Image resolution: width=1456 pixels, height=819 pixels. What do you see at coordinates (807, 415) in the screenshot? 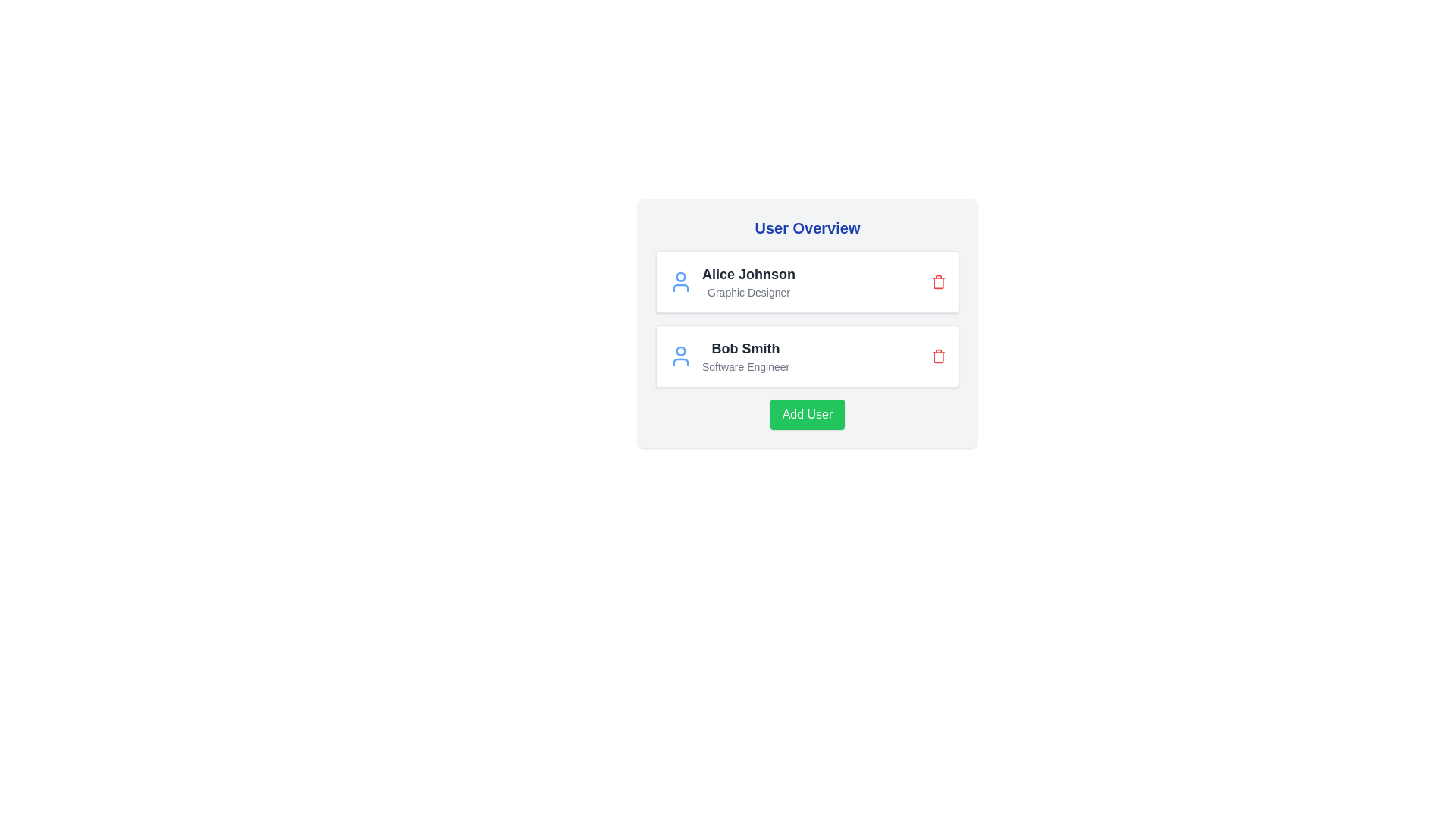
I see `'Add User' button to append a new user to the list` at bounding box center [807, 415].